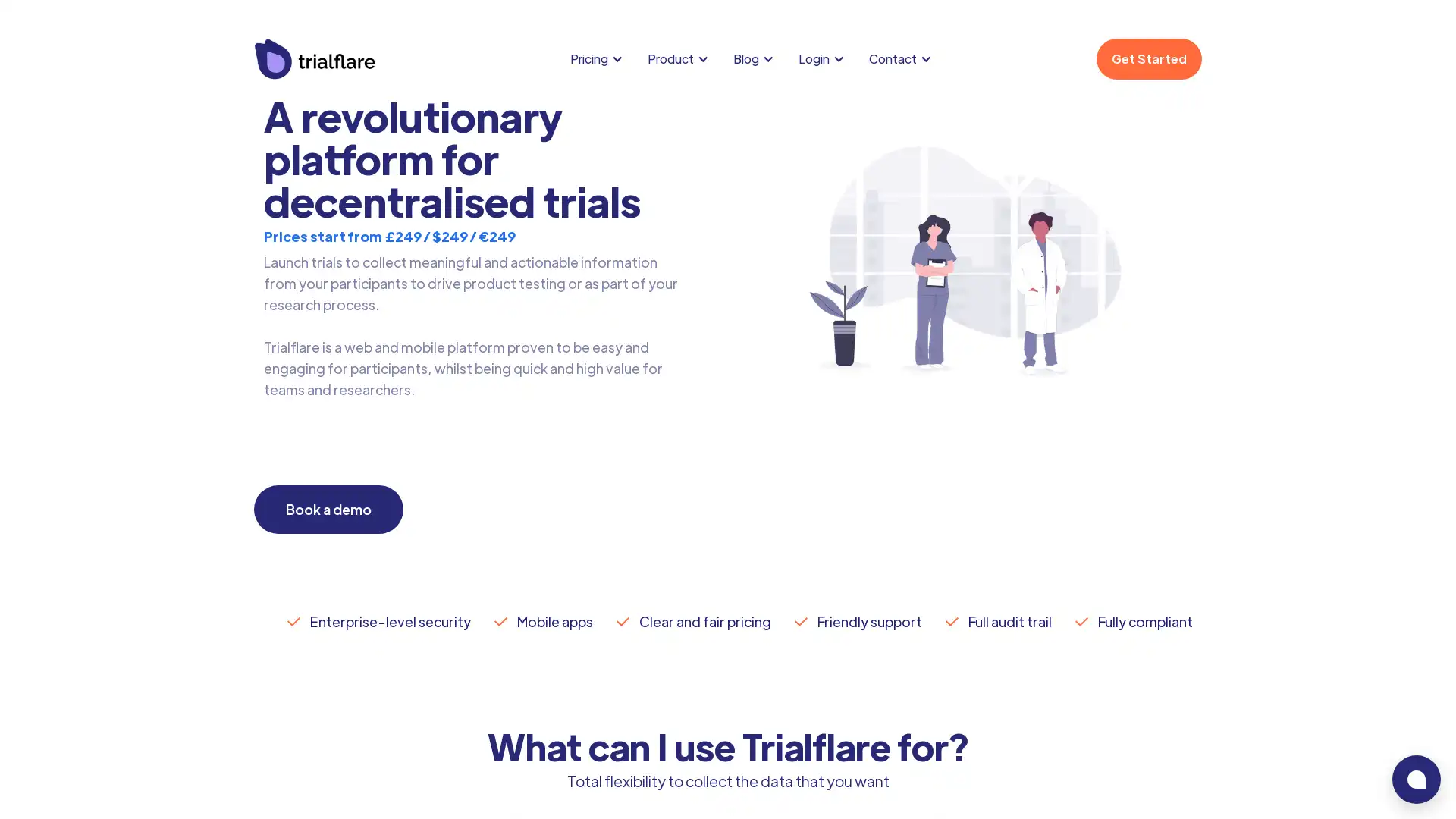 This screenshot has height=819, width=1456. What do you see at coordinates (1415, 780) in the screenshot?
I see `bubble-icon` at bounding box center [1415, 780].